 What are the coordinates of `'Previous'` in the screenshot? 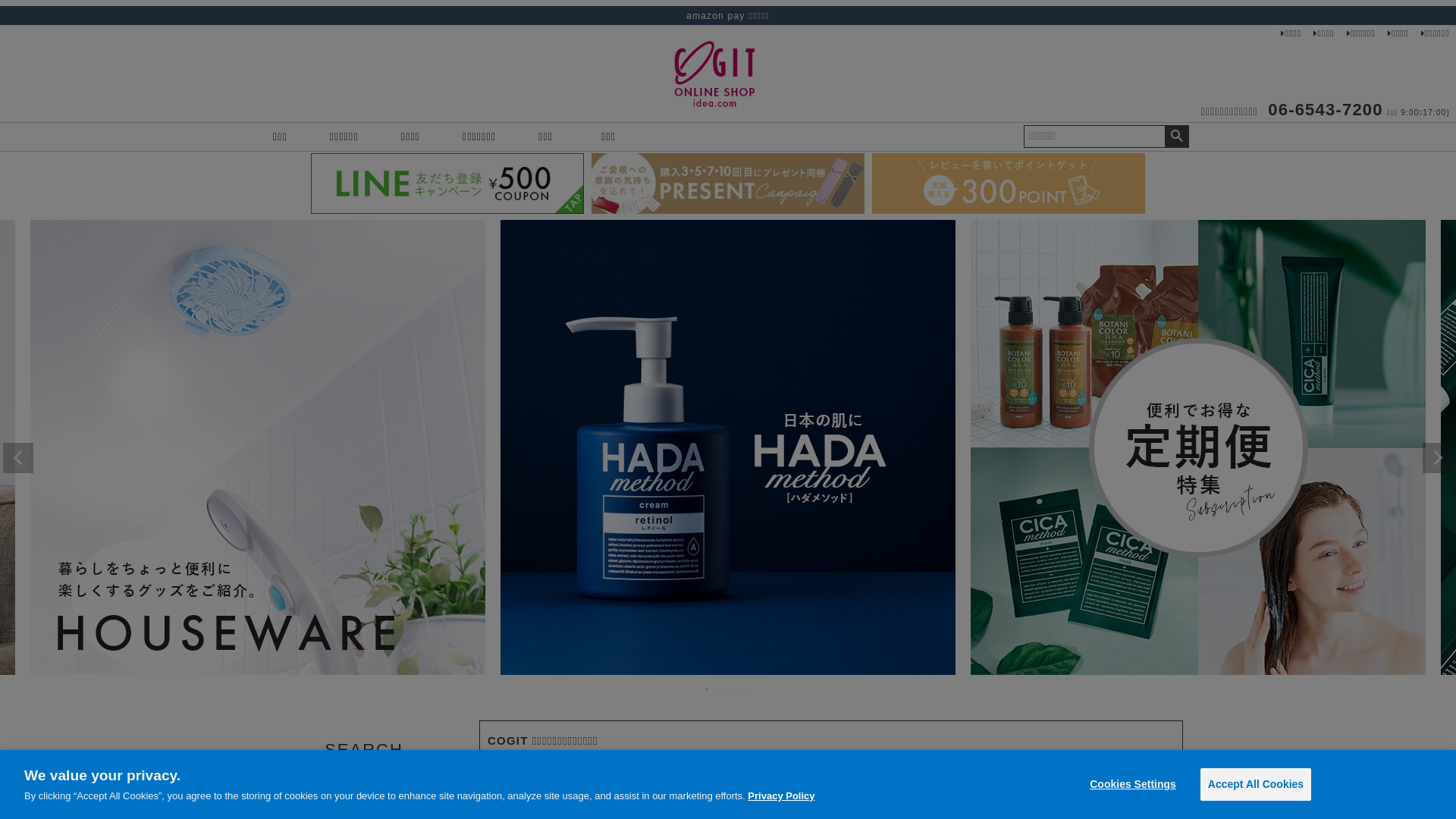 It's located at (18, 457).